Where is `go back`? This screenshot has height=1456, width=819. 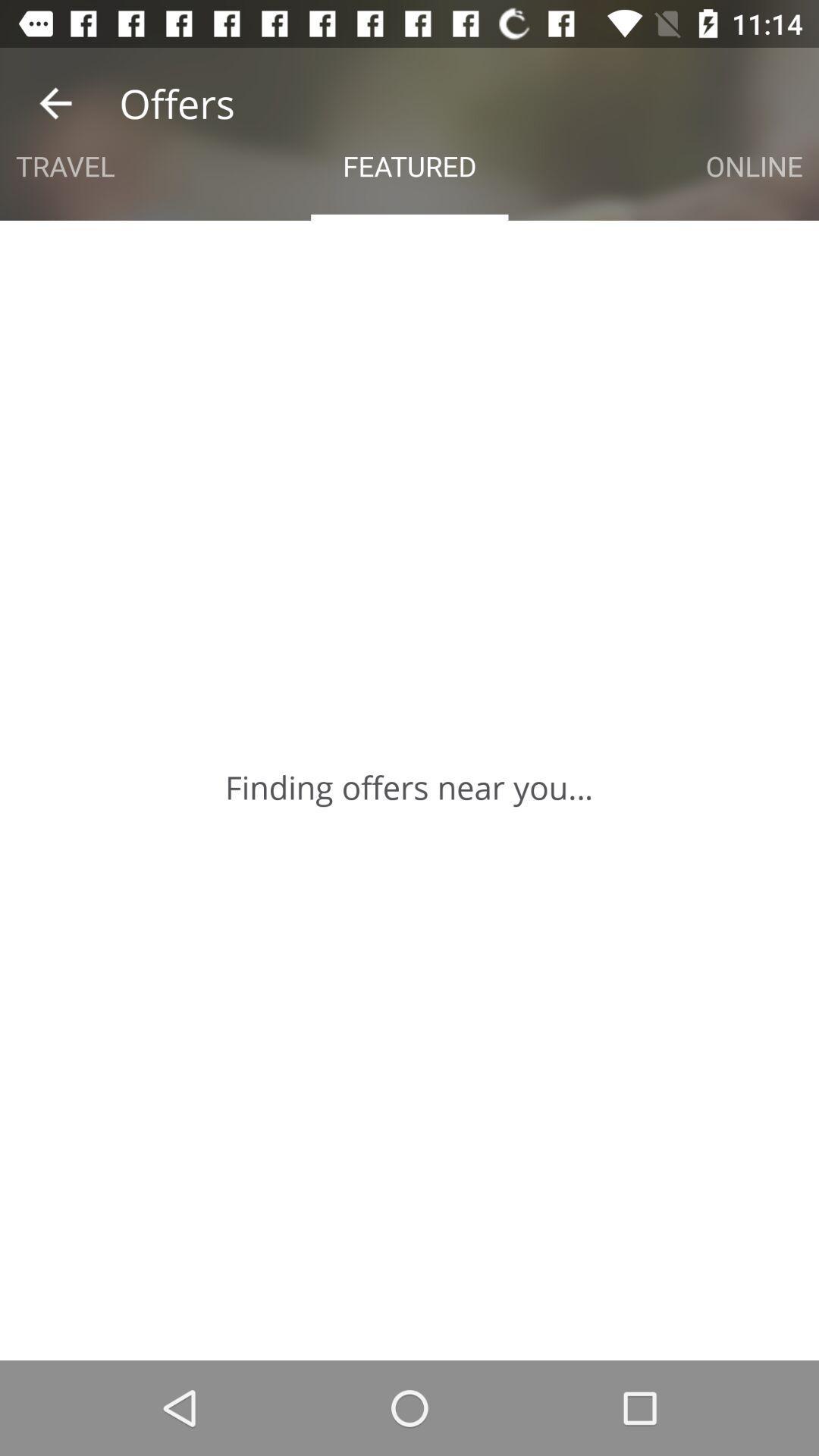
go back is located at coordinates (55, 102).